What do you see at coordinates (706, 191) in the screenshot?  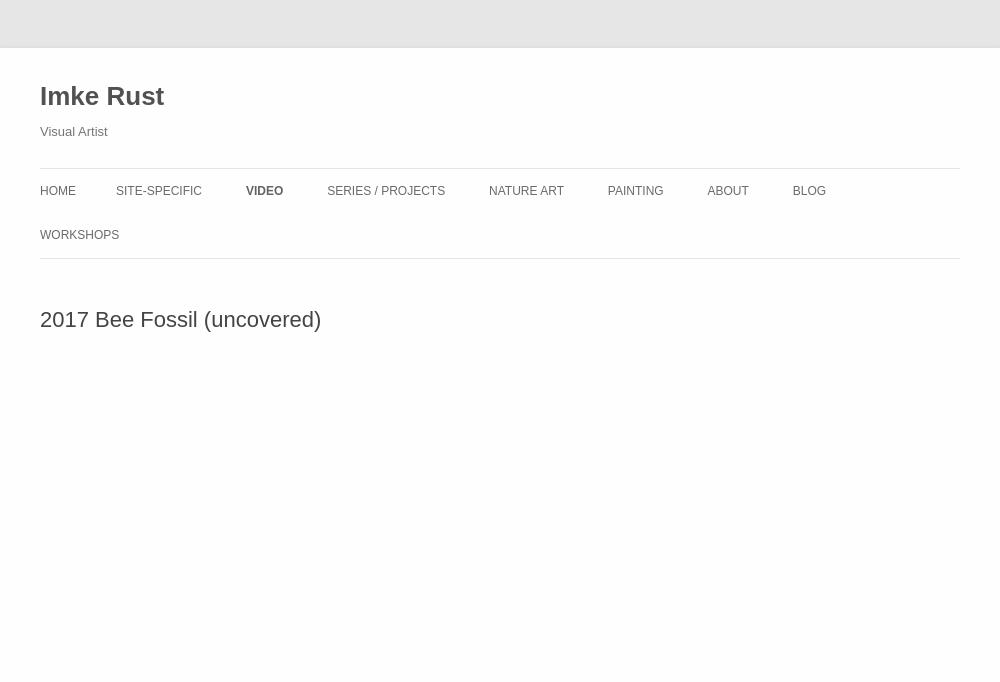 I see `'About'` at bounding box center [706, 191].